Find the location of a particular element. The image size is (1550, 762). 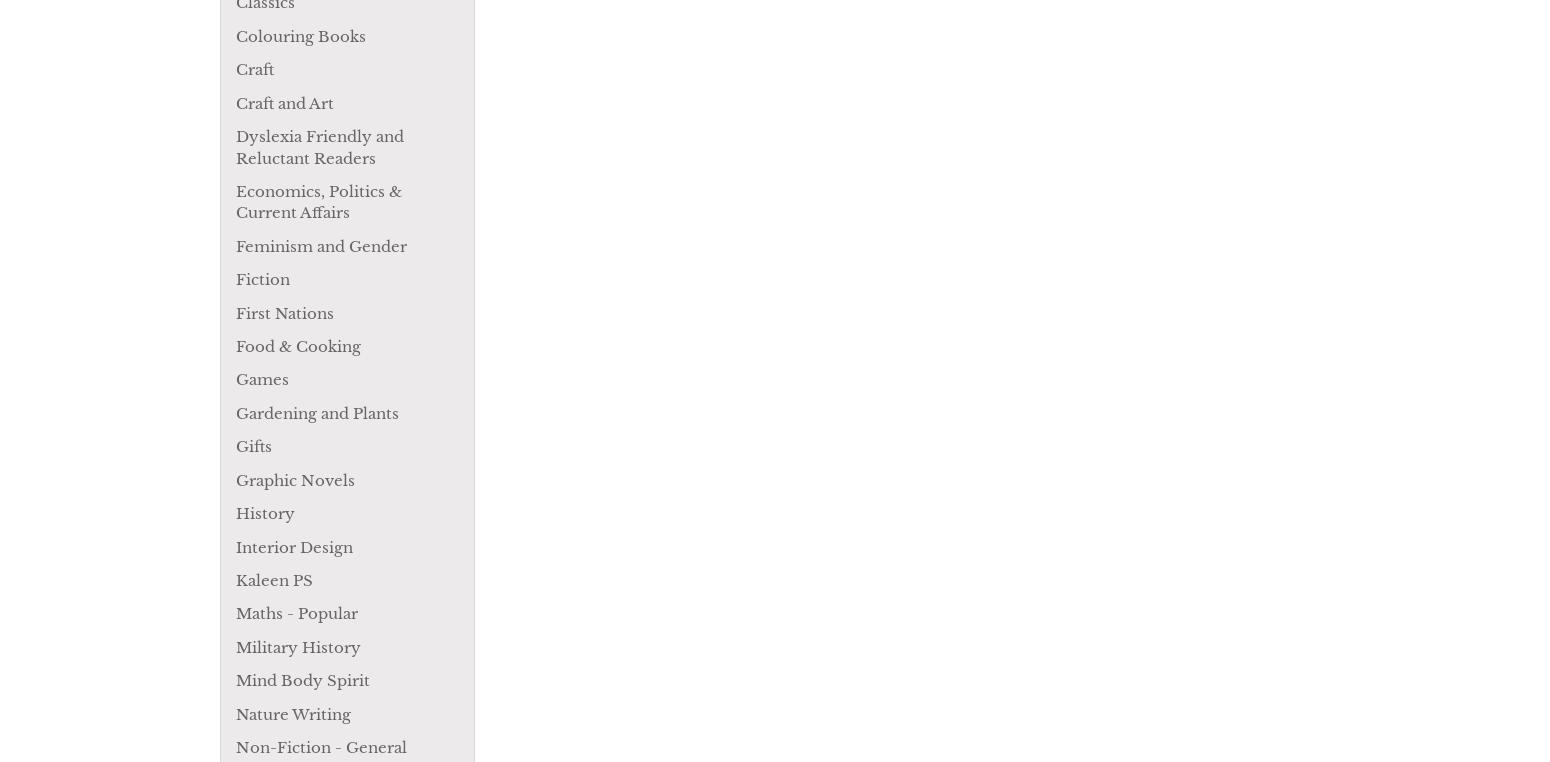

'Feminism and Gender' is located at coordinates (320, 245).